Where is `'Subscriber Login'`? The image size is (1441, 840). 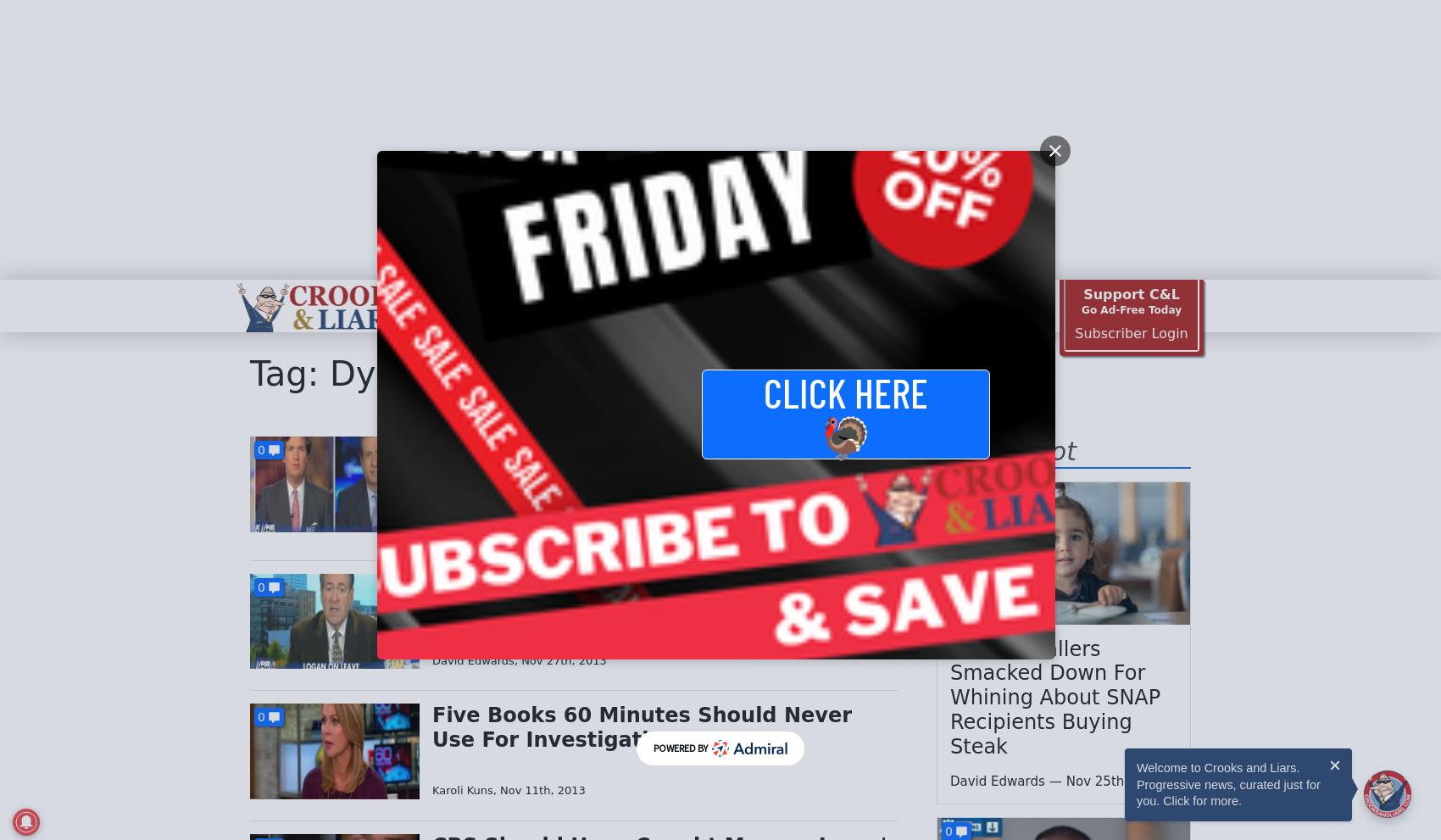
'Subscriber Login' is located at coordinates (1074, 332).